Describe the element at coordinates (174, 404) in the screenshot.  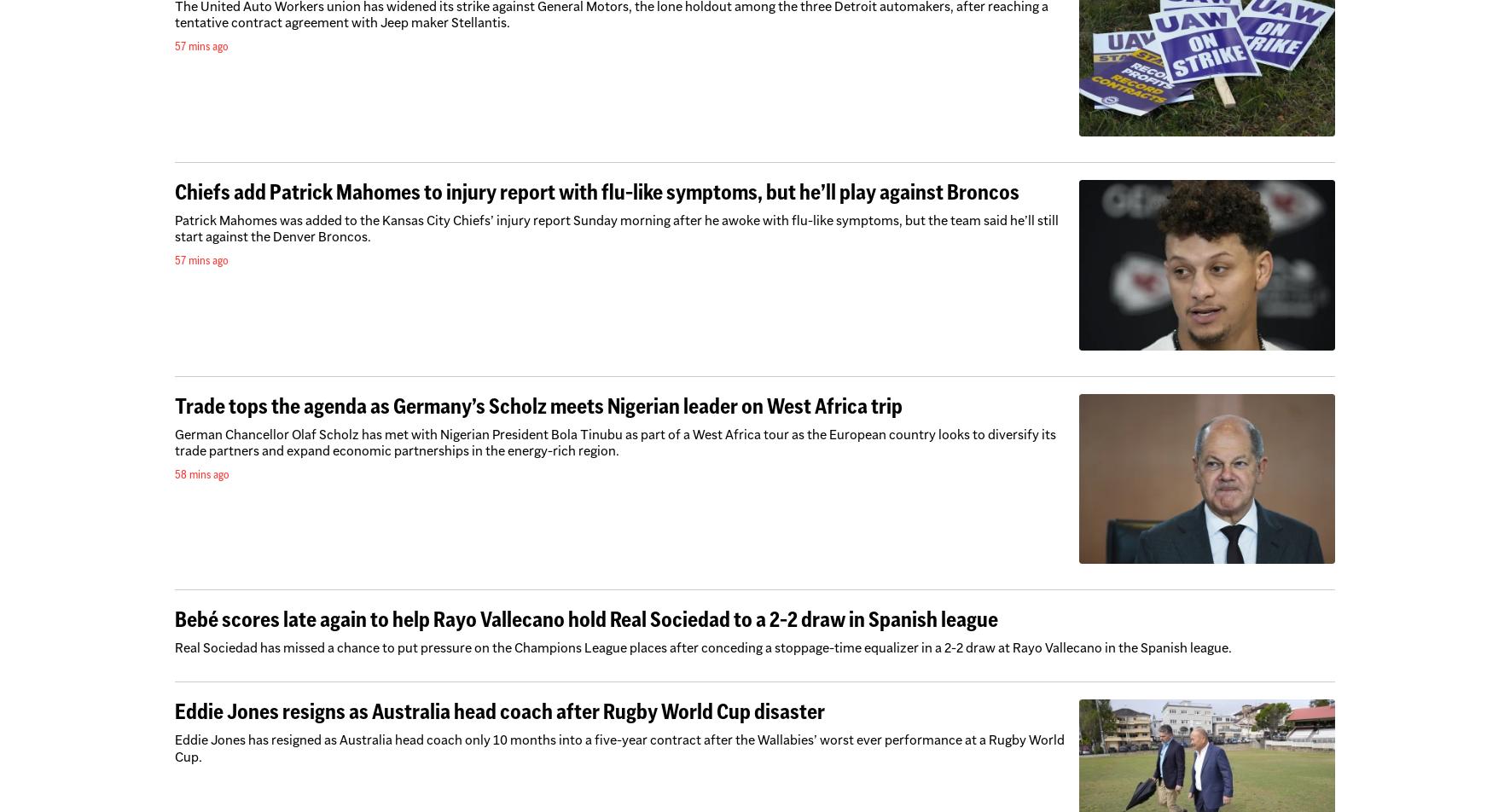
I see `'Trade tops the agenda as Germany’s Scholz meets Nigerian leader on West Africa trip'` at that location.